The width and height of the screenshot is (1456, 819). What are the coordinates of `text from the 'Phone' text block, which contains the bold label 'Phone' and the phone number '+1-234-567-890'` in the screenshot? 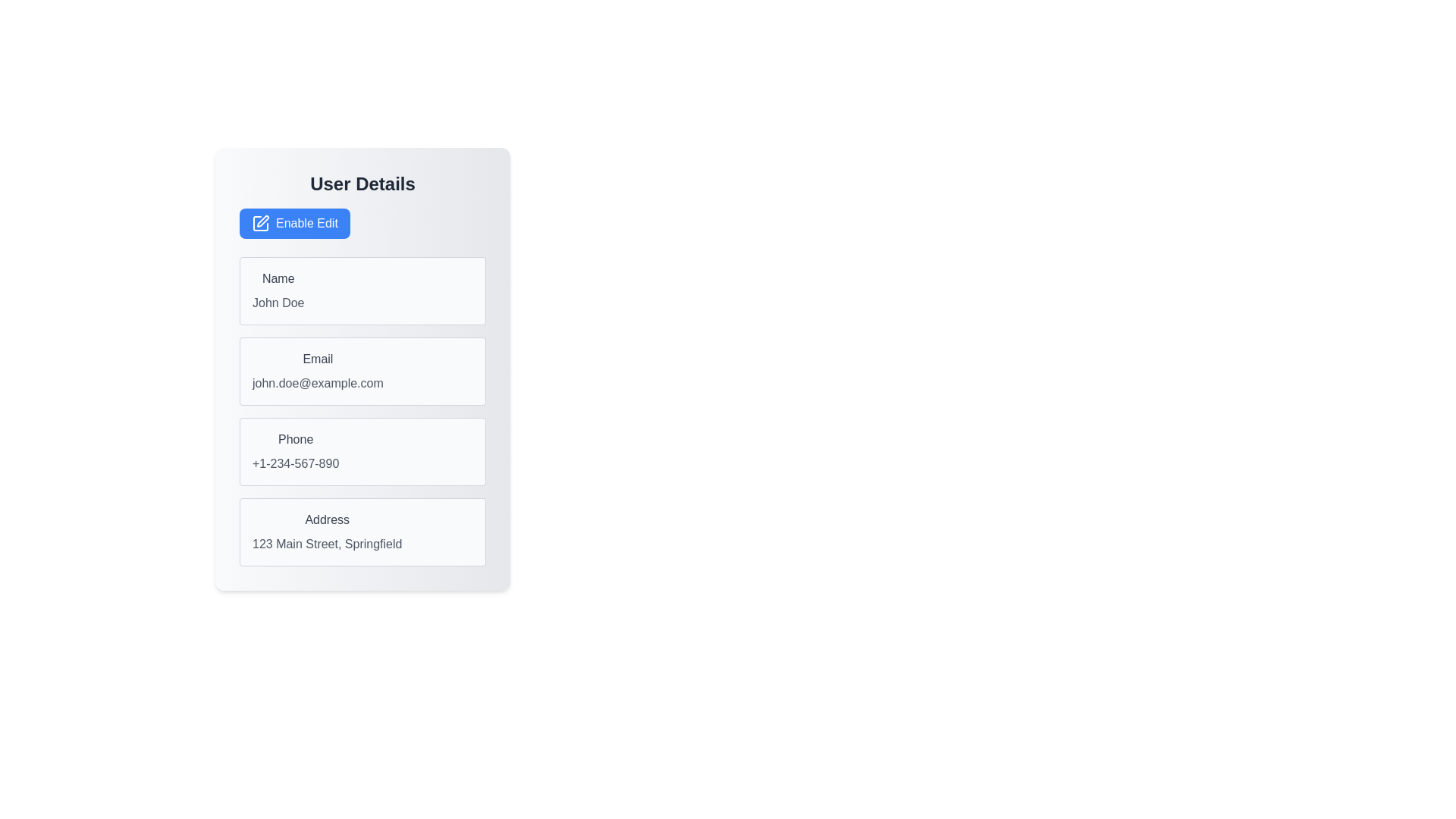 It's located at (296, 451).